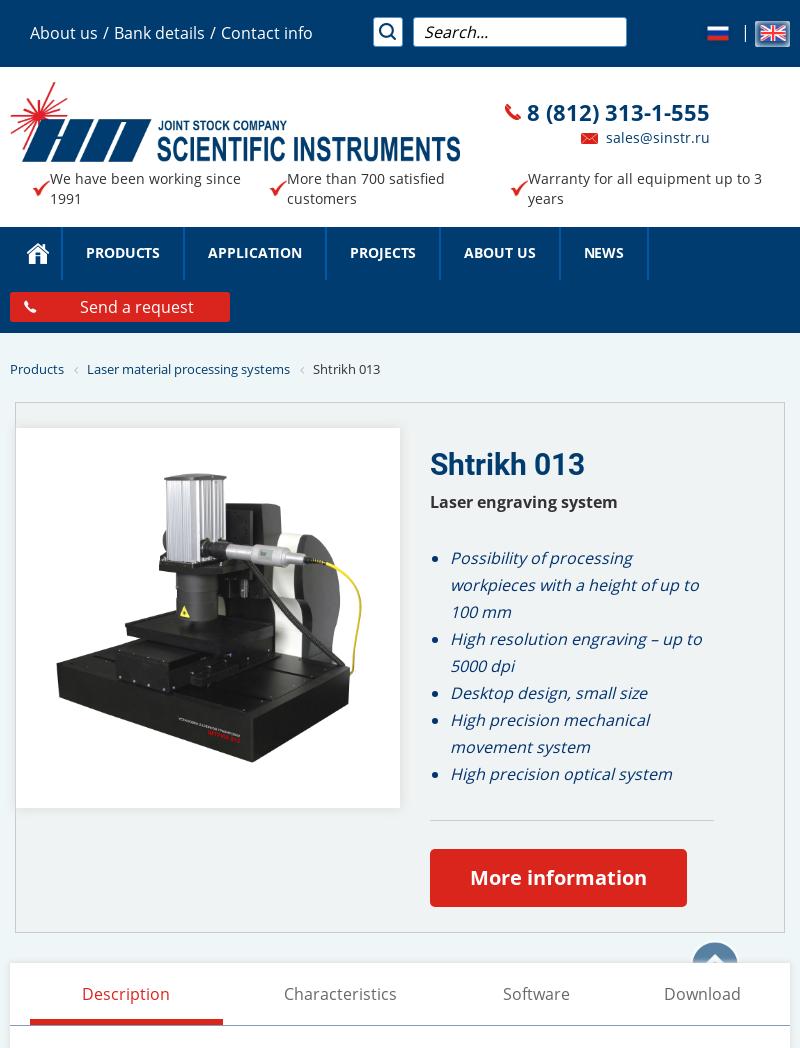 Image resolution: width=800 pixels, height=1048 pixels. I want to click on 'High resolution engraving – up to 5000 dpi', so click(575, 651).